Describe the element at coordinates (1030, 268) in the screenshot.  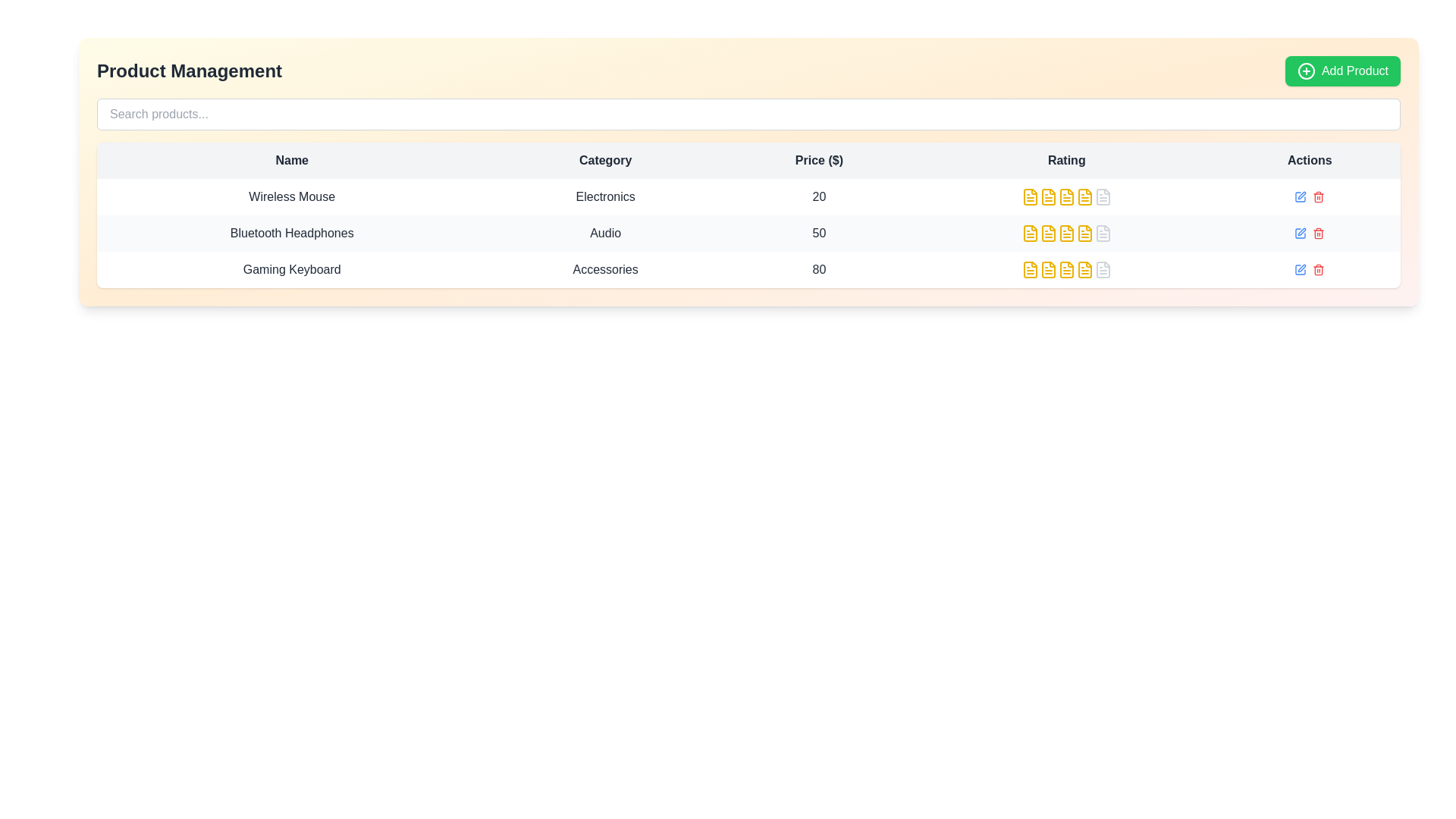
I see `document or file icon representing the rating for the 'Gaming Keyboard' product, which is the third icon from the left in the 'Rating' column` at that location.